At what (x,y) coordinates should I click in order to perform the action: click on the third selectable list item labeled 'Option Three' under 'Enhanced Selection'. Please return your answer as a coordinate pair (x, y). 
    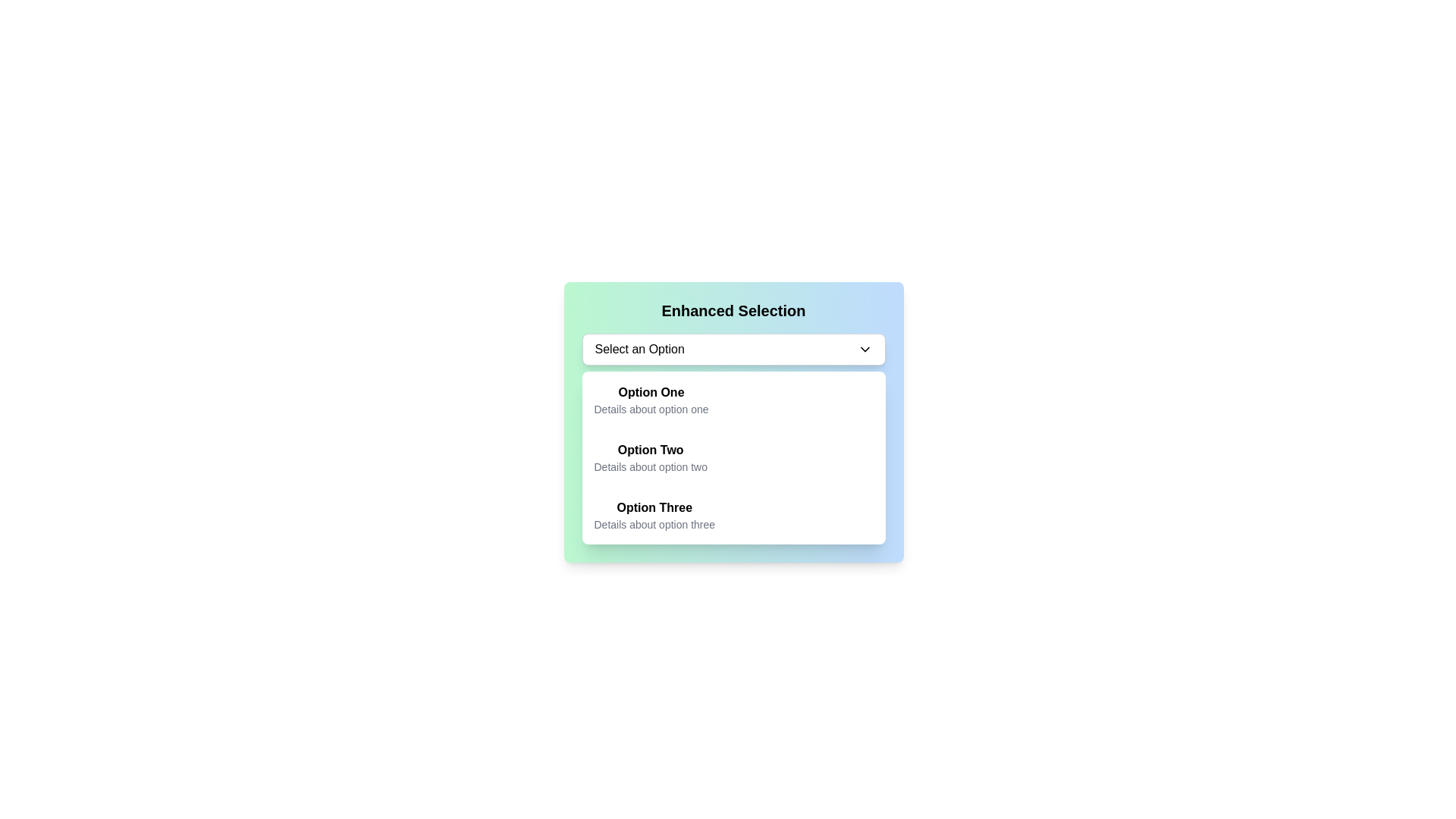
    Looking at the image, I should click on (733, 514).